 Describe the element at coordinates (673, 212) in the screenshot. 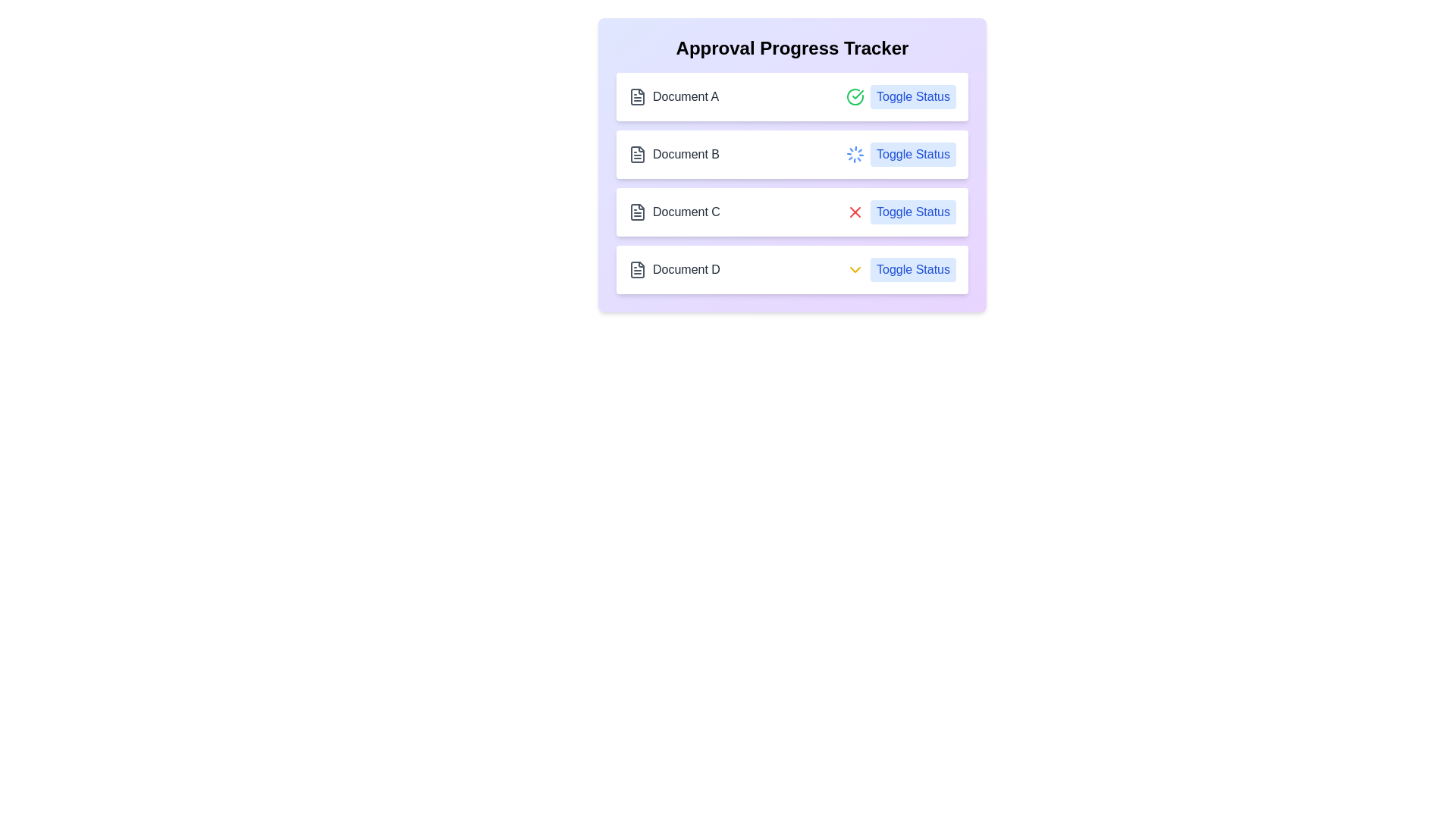

I see `the static text label displaying 'Document C' which is positioned in the third row of the 'Approval Progress Tracker' interface, between 'Document B' and 'Document D'` at that location.